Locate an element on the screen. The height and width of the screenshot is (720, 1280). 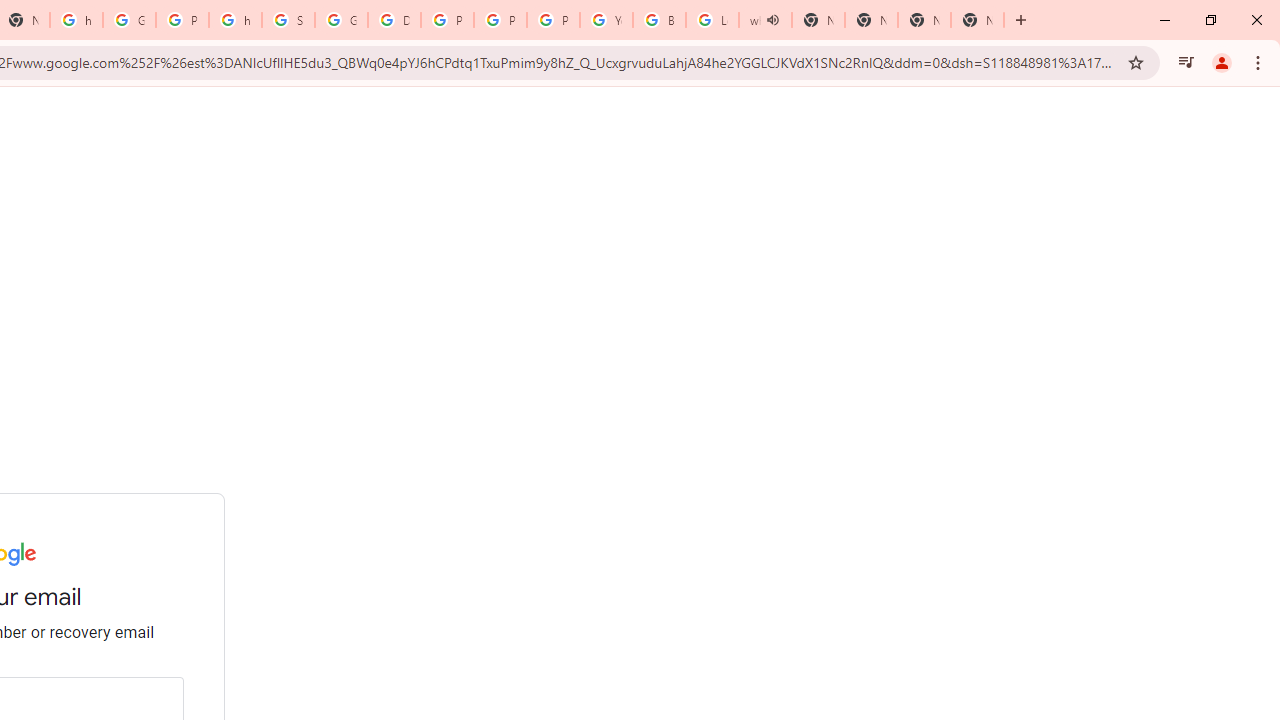
'New Tab' is located at coordinates (923, 20).